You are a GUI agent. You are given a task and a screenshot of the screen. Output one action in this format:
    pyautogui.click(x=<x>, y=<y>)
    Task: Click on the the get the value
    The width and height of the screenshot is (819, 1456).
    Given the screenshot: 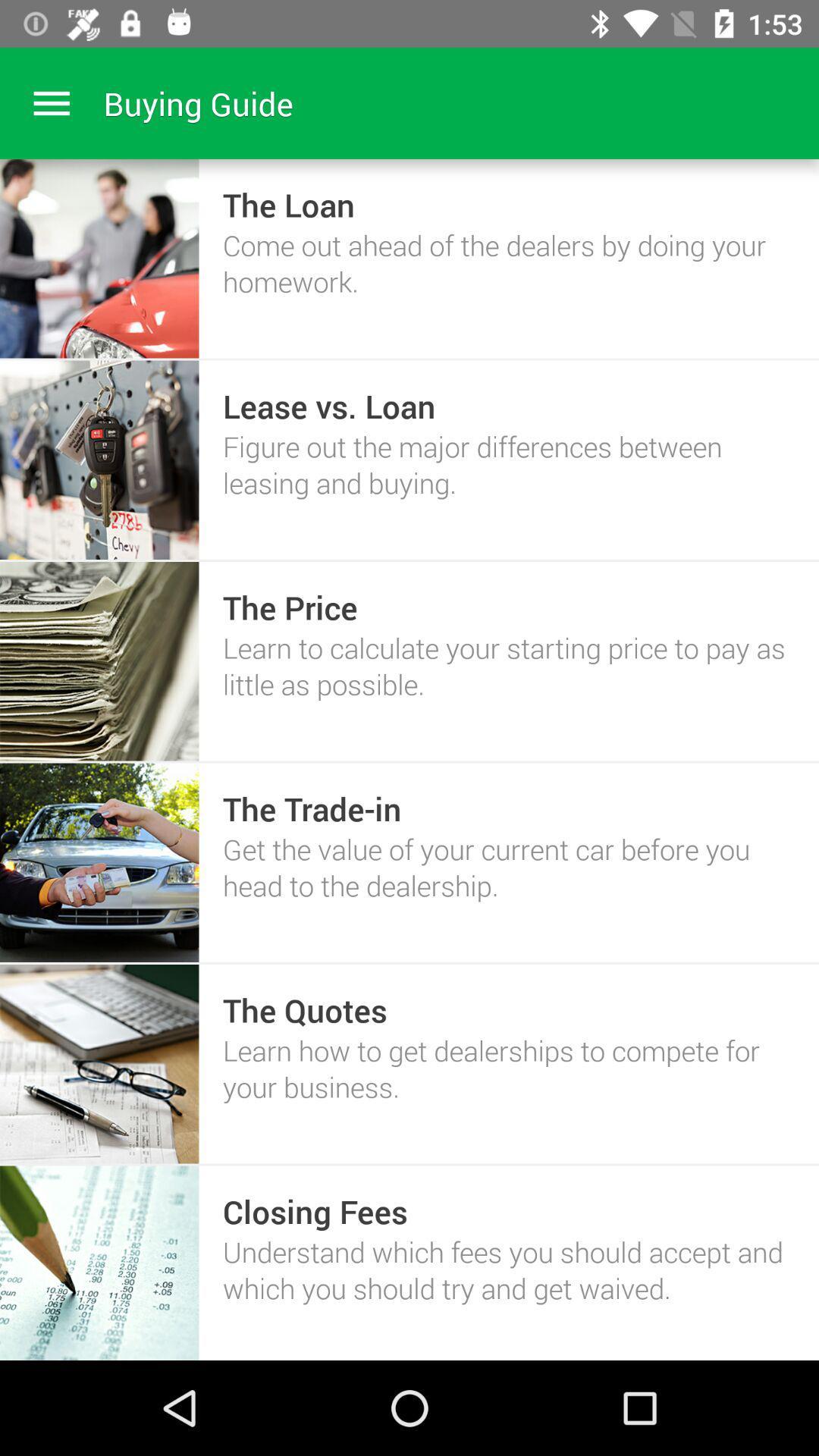 What is the action you would take?
    pyautogui.click(x=509, y=867)
    